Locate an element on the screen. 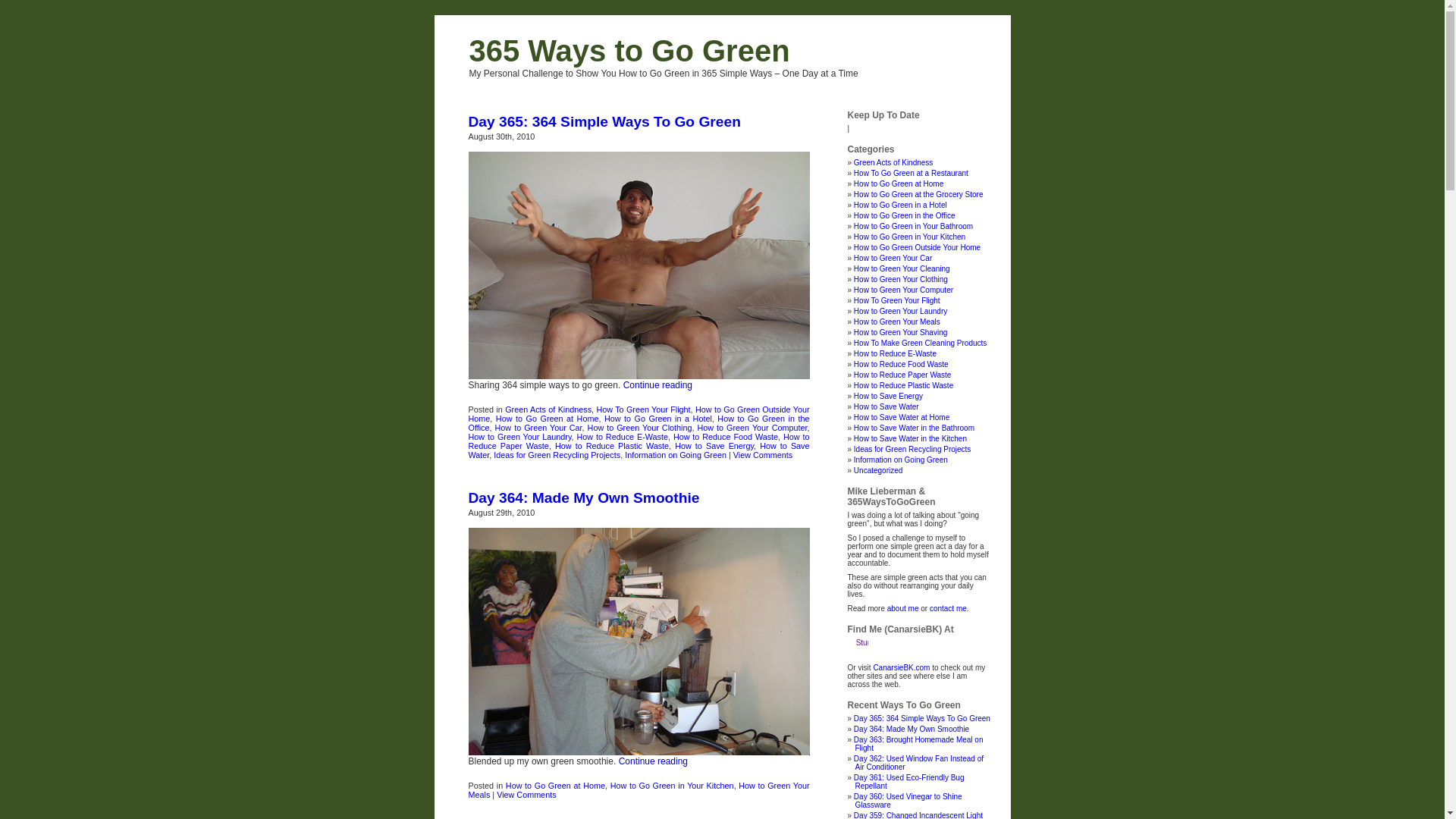 The image size is (1456, 819). 'Information on Going Green' is located at coordinates (675, 454).